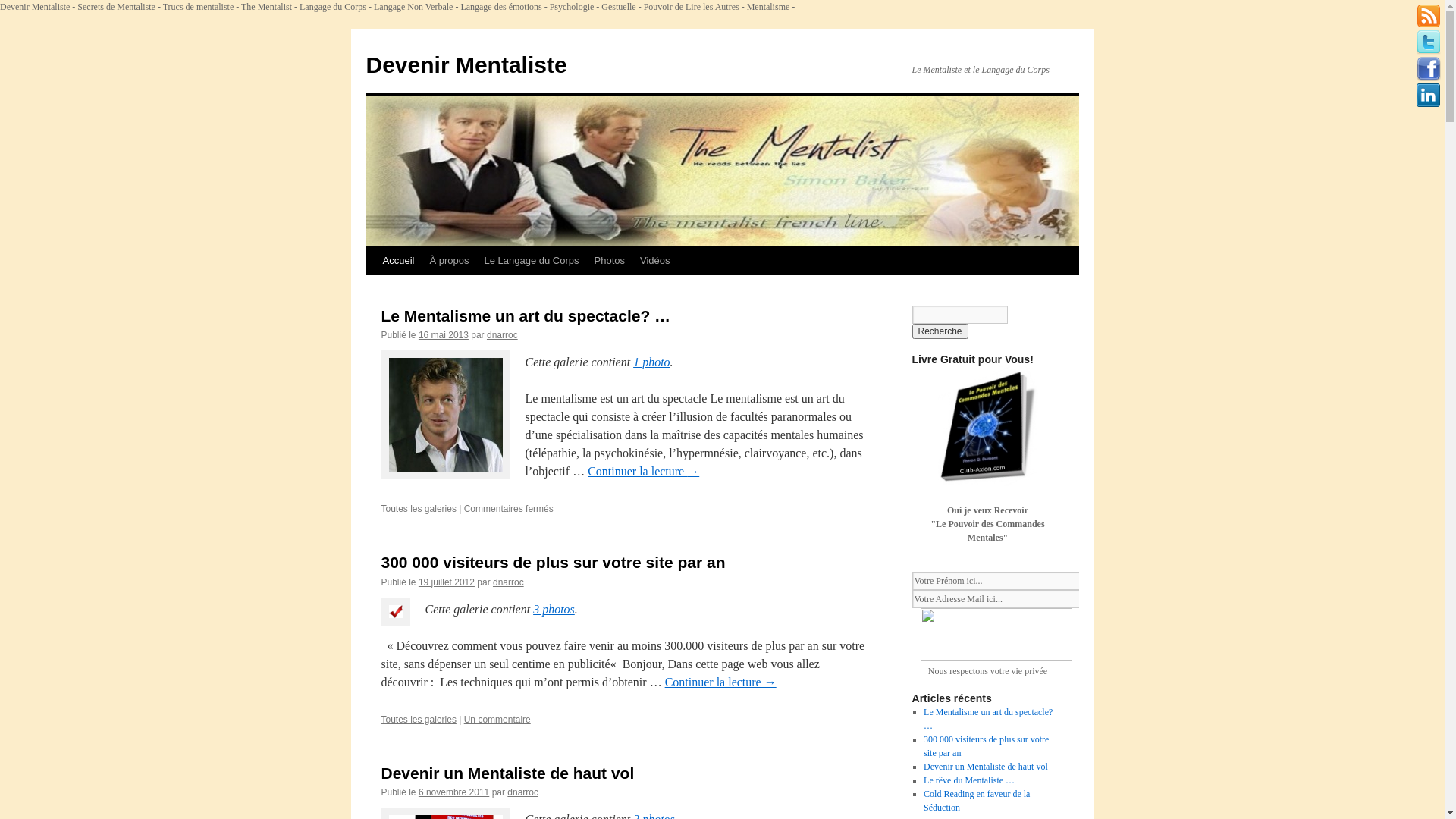 This screenshot has width=1456, height=819. I want to click on 'Recherche', so click(938, 330).